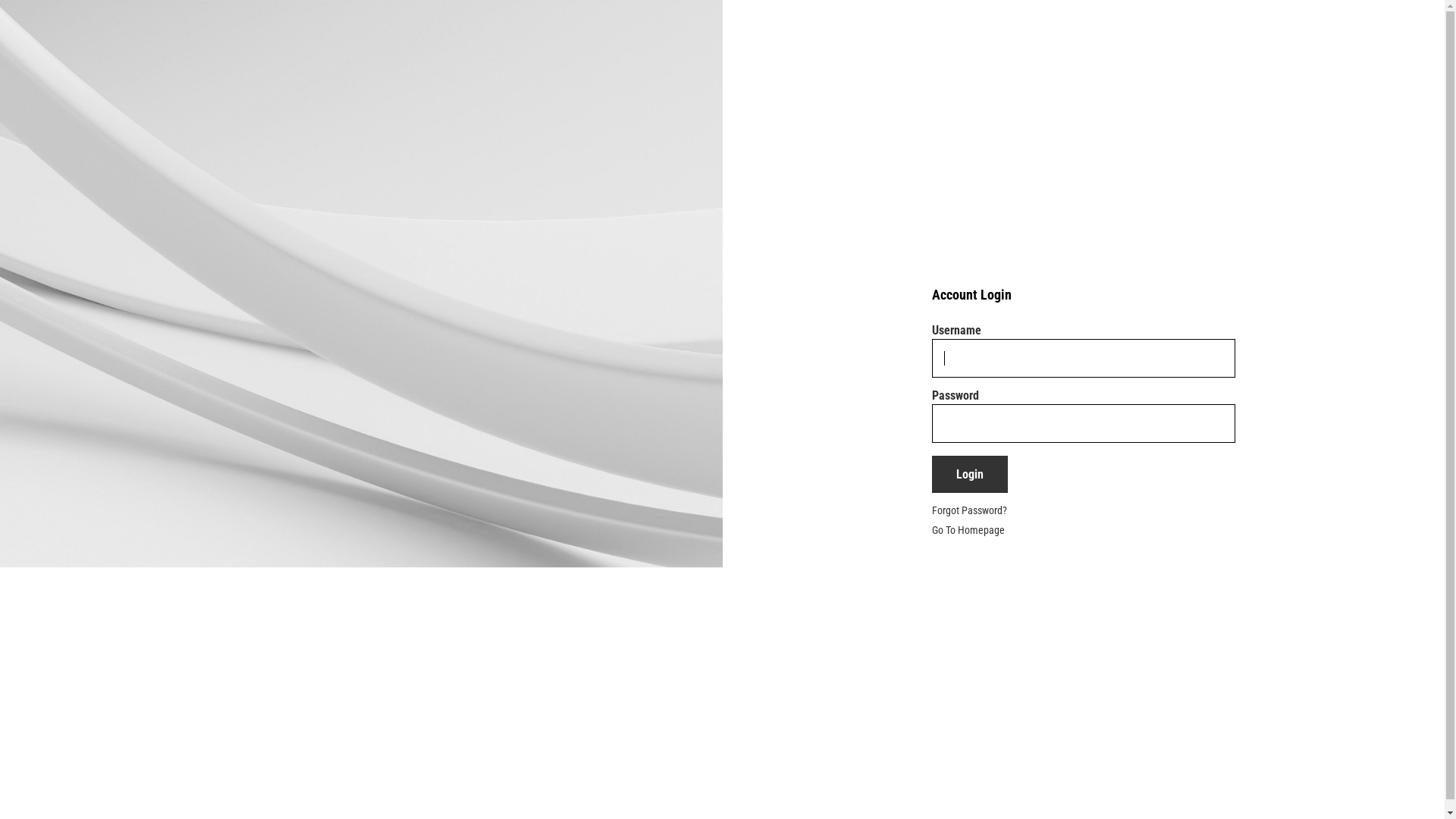 This screenshot has width=1456, height=819. What do you see at coordinates (930, 473) in the screenshot?
I see `'Login'` at bounding box center [930, 473].